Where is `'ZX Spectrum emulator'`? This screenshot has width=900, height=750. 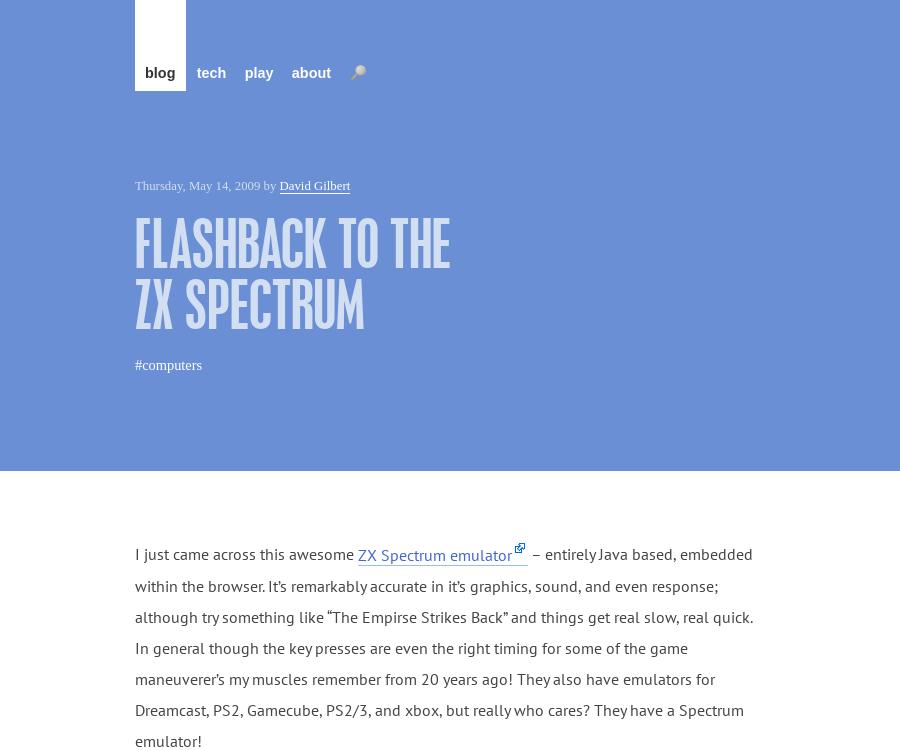 'ZX Spectrum emulator' is located at coordinates (434, 554).